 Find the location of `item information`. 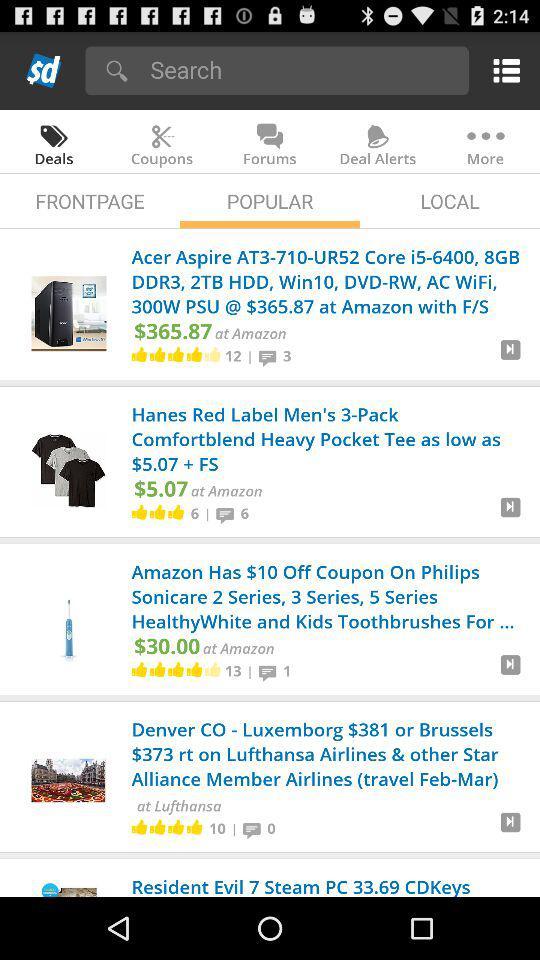

item information is located at coordinates (510, 514).